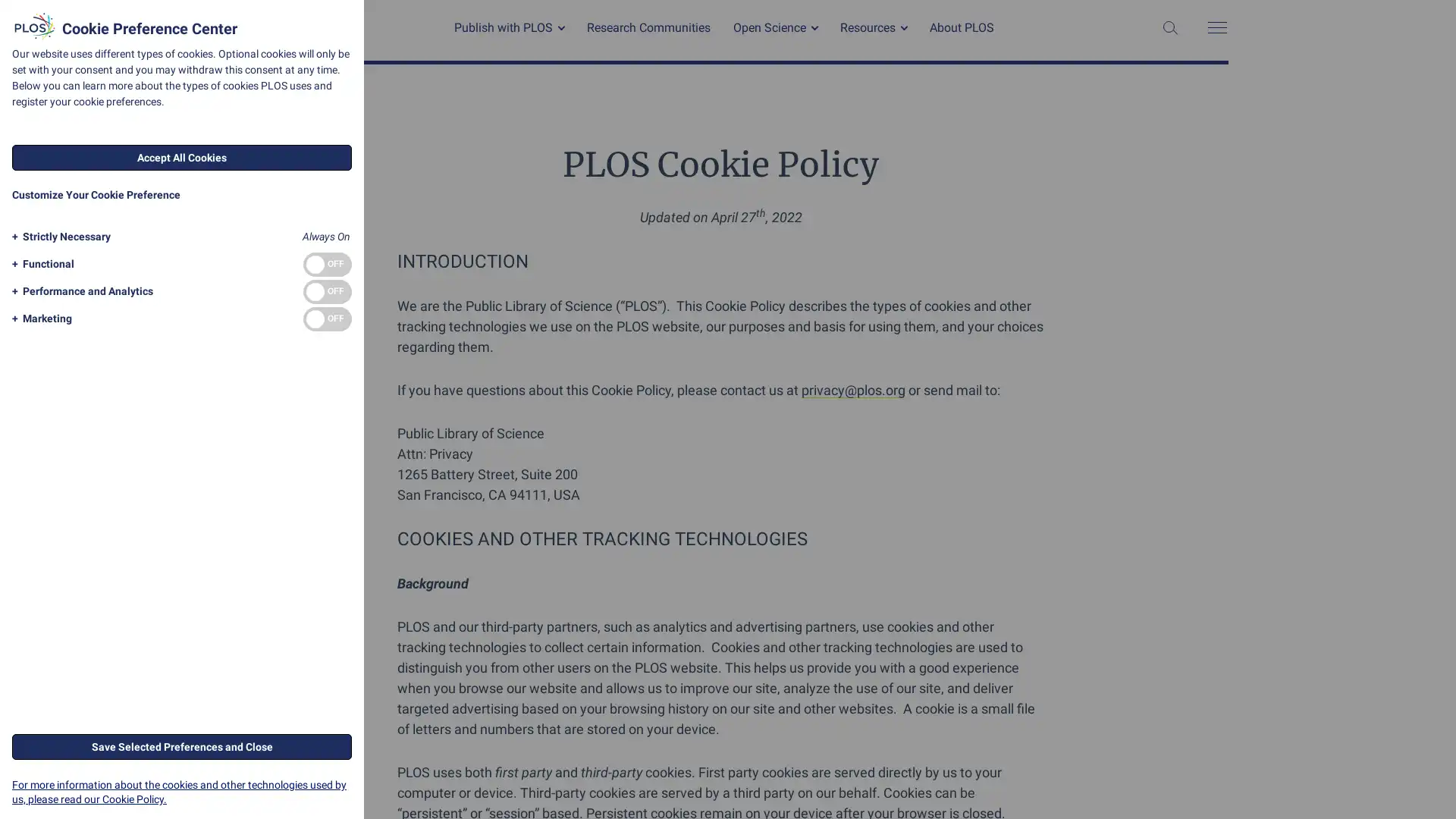  Describe the element at coordinates (182, 158) in the screenshot. I see `Accept All Cookies` at that location.